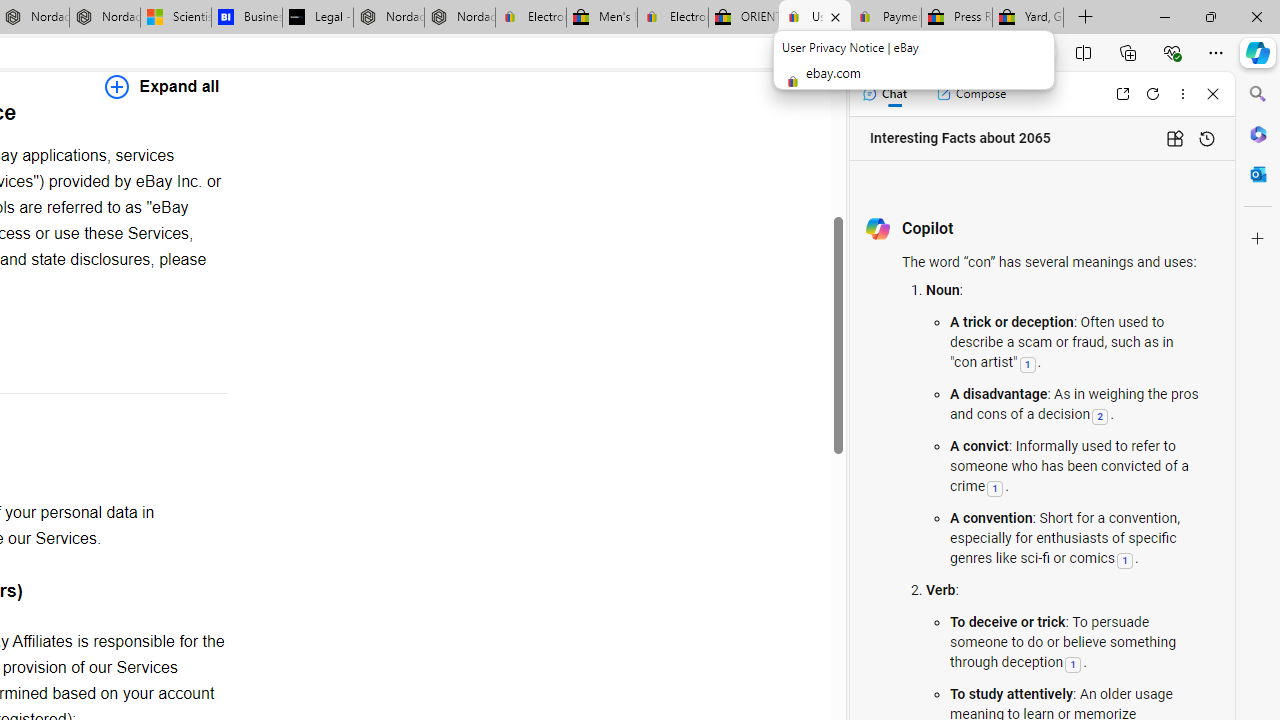 The image size is (1280, 720). I want to click on 'Expand all', so click(162, 85).